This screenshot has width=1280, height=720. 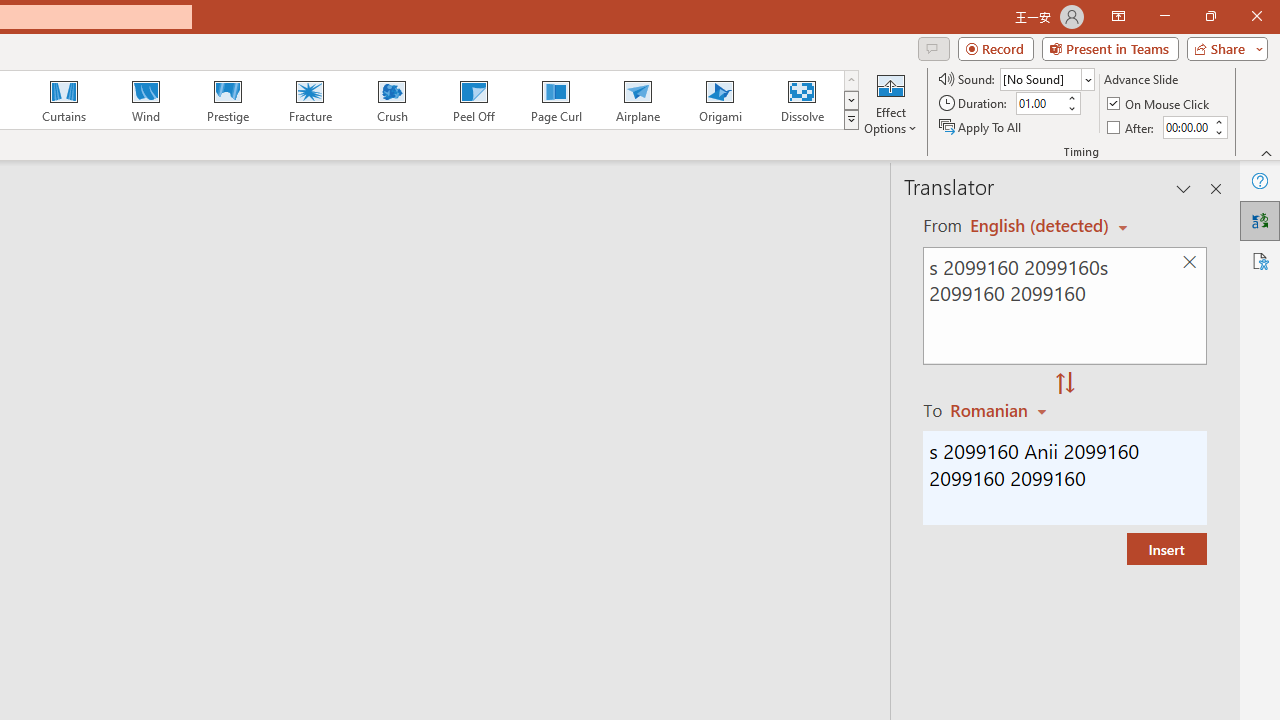 I want to click on 'After', so click(x=1132, y=127).